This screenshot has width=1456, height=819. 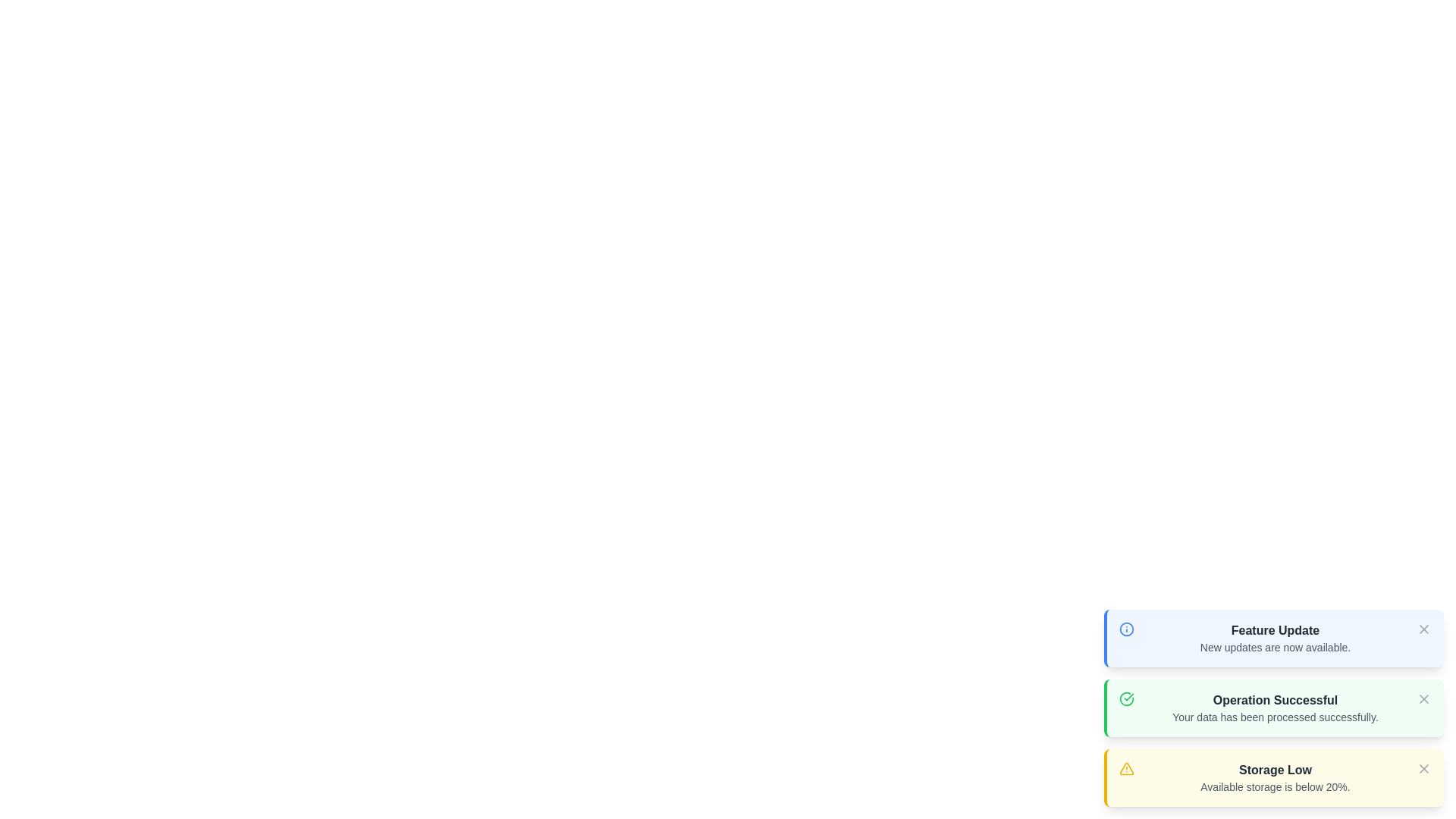 I want to click on the notification with title Operation Successful and details Your data has been processed successfully, so click(x=1274, y=701).